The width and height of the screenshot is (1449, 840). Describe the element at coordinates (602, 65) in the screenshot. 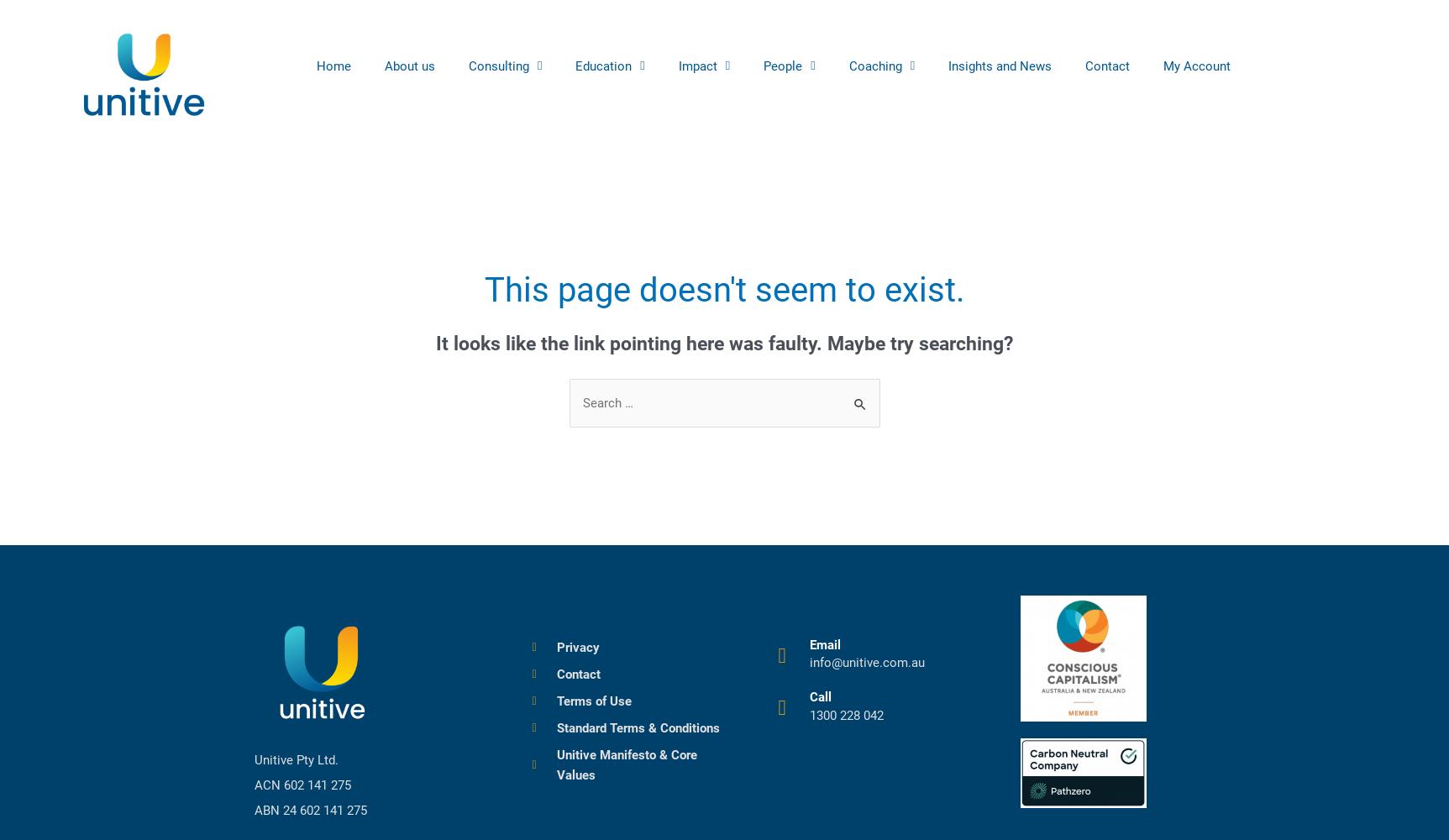

I see `'Education'` at that location.